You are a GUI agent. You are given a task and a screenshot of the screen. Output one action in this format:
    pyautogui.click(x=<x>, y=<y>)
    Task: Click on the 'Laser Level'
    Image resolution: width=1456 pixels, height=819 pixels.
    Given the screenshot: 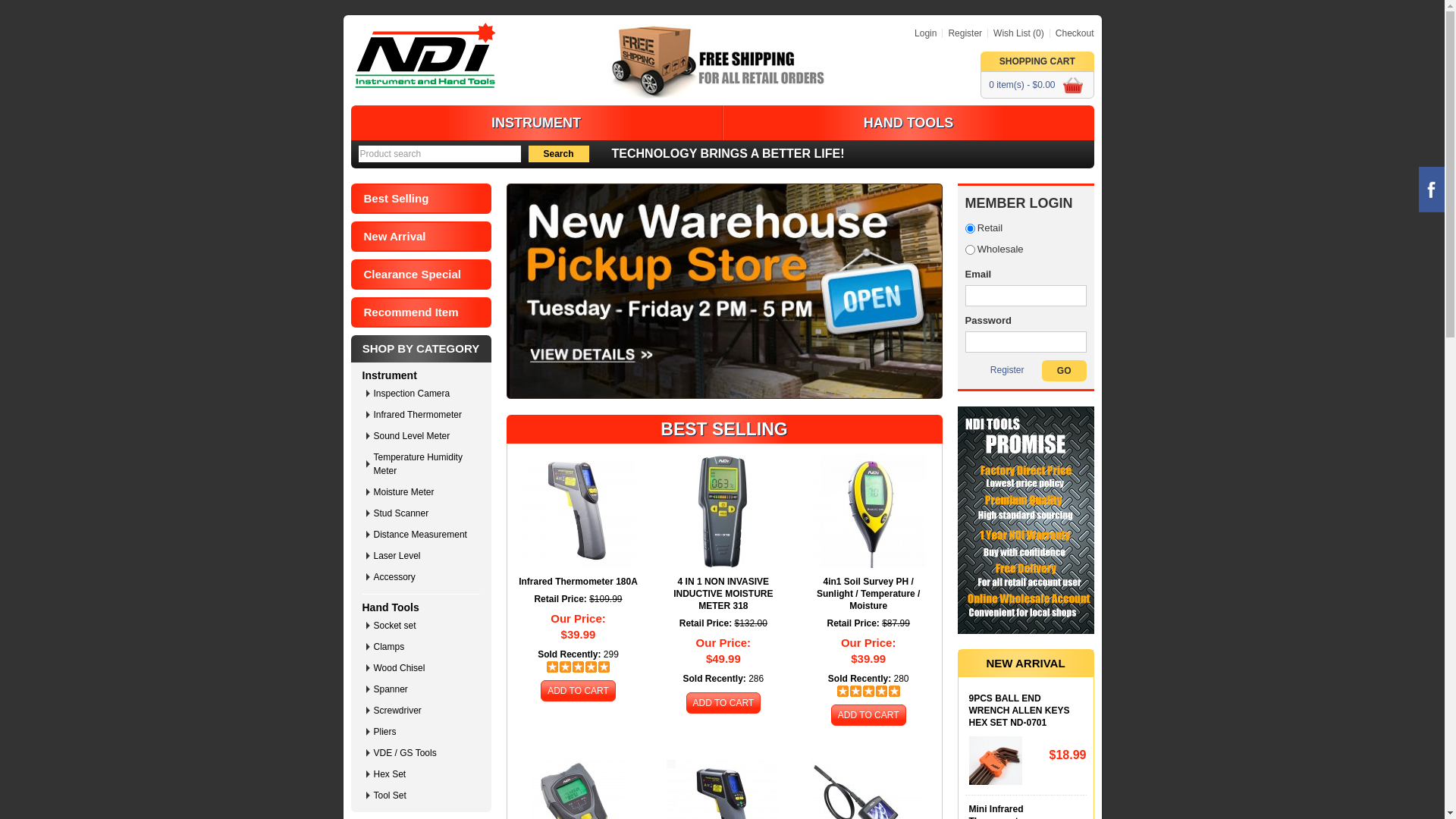 What is the action you would take?
    pyautogui.click(x=424, y=555)
    